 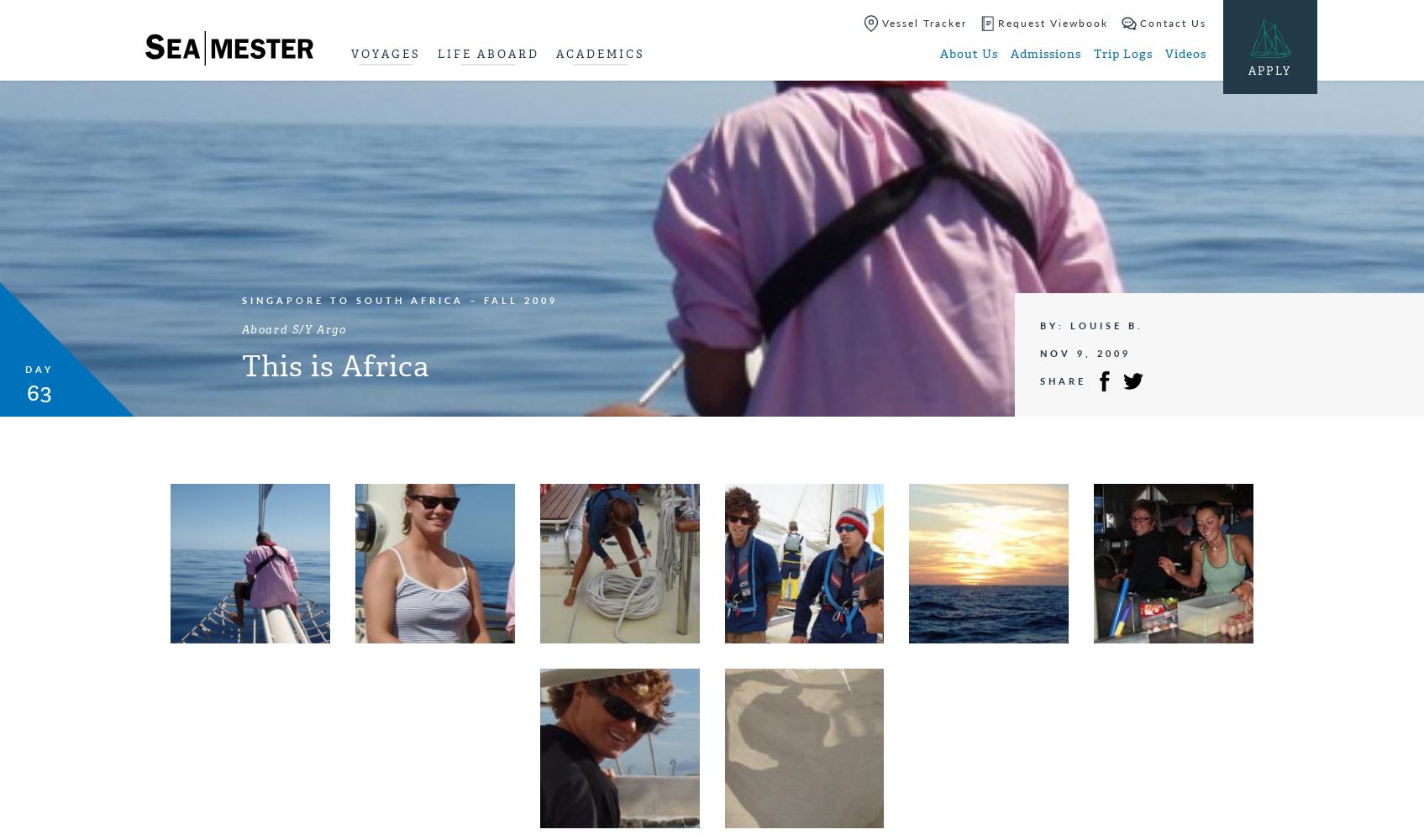 I want to click on 'Videos', so click(x=1164, y=52).